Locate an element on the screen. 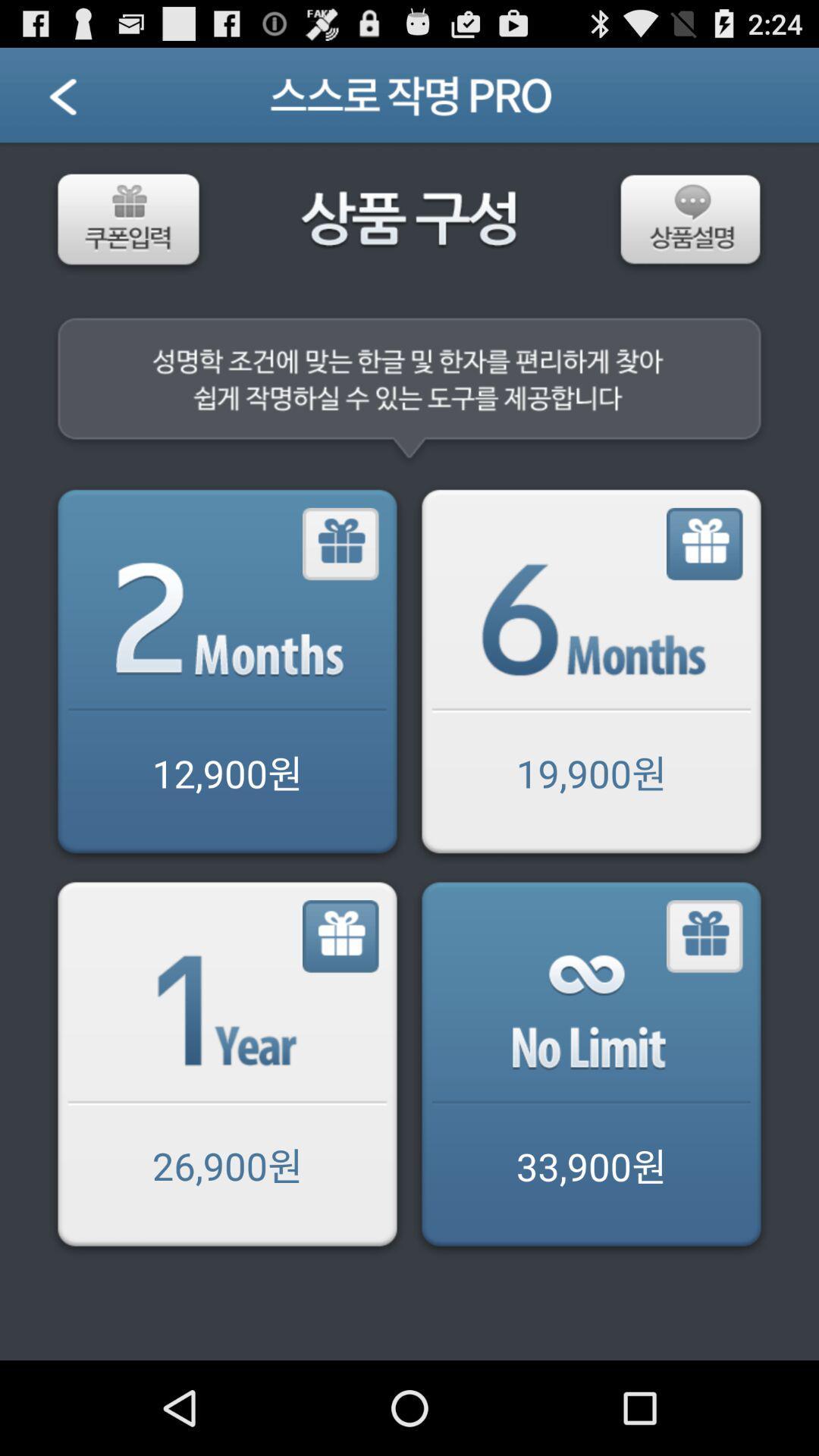 This screenshot has height=1456, width=819. 1 year gift option is located at coordinates (341, 936).